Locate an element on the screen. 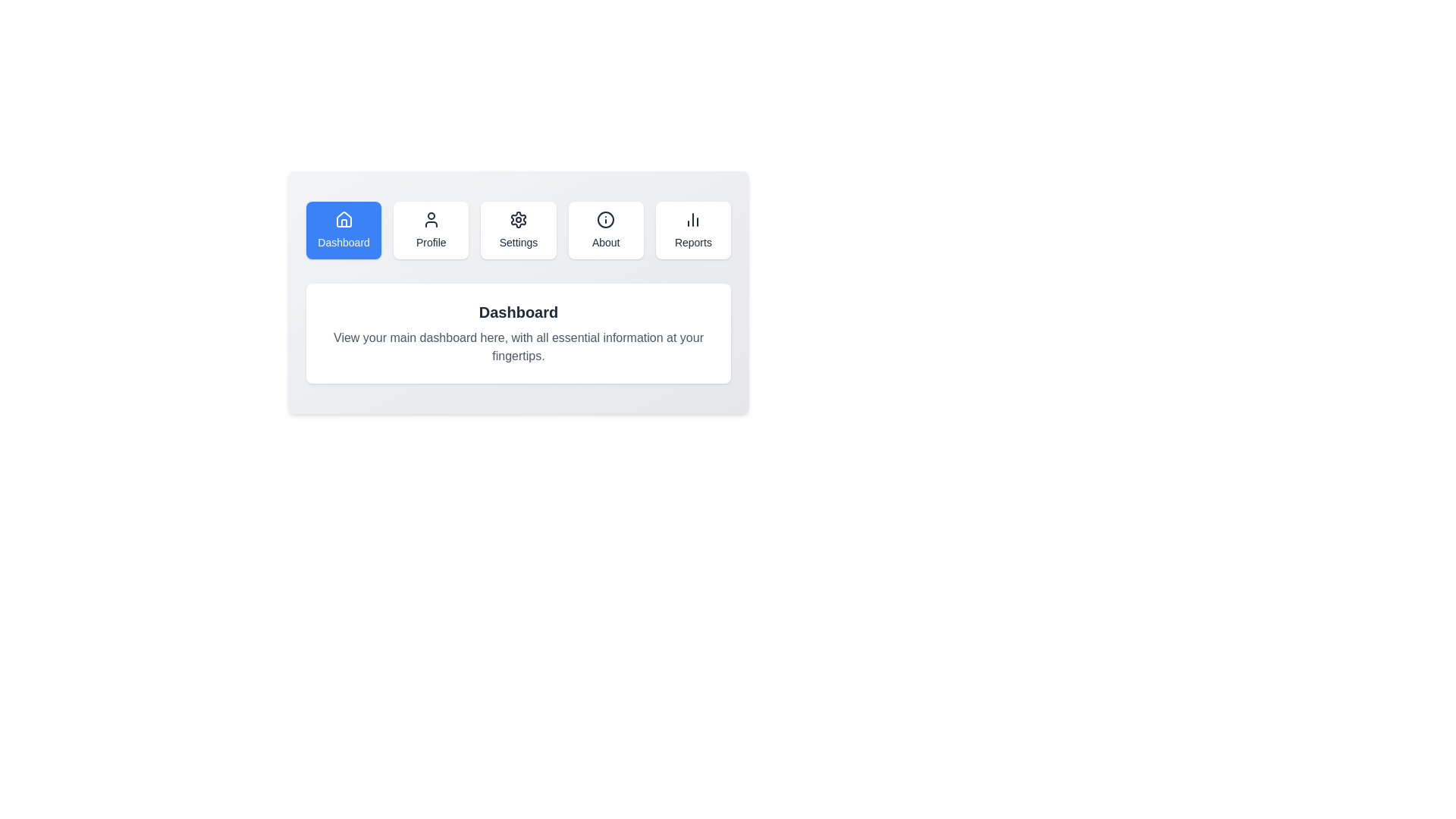 The width and height of the screenshot is (1456, 819). the Profile button to observe its effect is located at coordinates (430, 231).